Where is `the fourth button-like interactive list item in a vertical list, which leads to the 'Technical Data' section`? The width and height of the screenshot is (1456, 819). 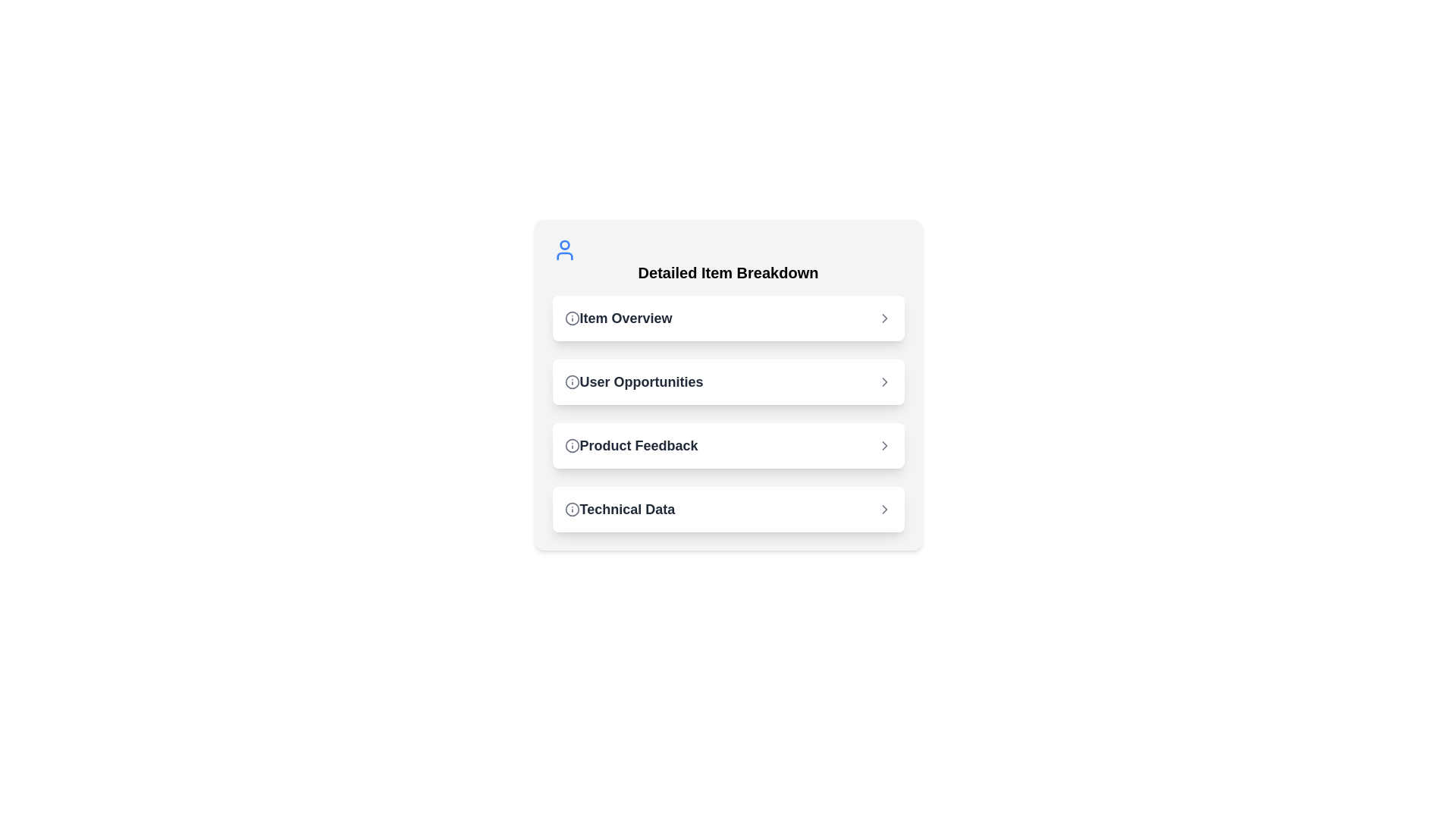
the fourth button-like interactive list item in a vertical list, which leads to the 'Technical Data' section is located at coordinates (728, 509).